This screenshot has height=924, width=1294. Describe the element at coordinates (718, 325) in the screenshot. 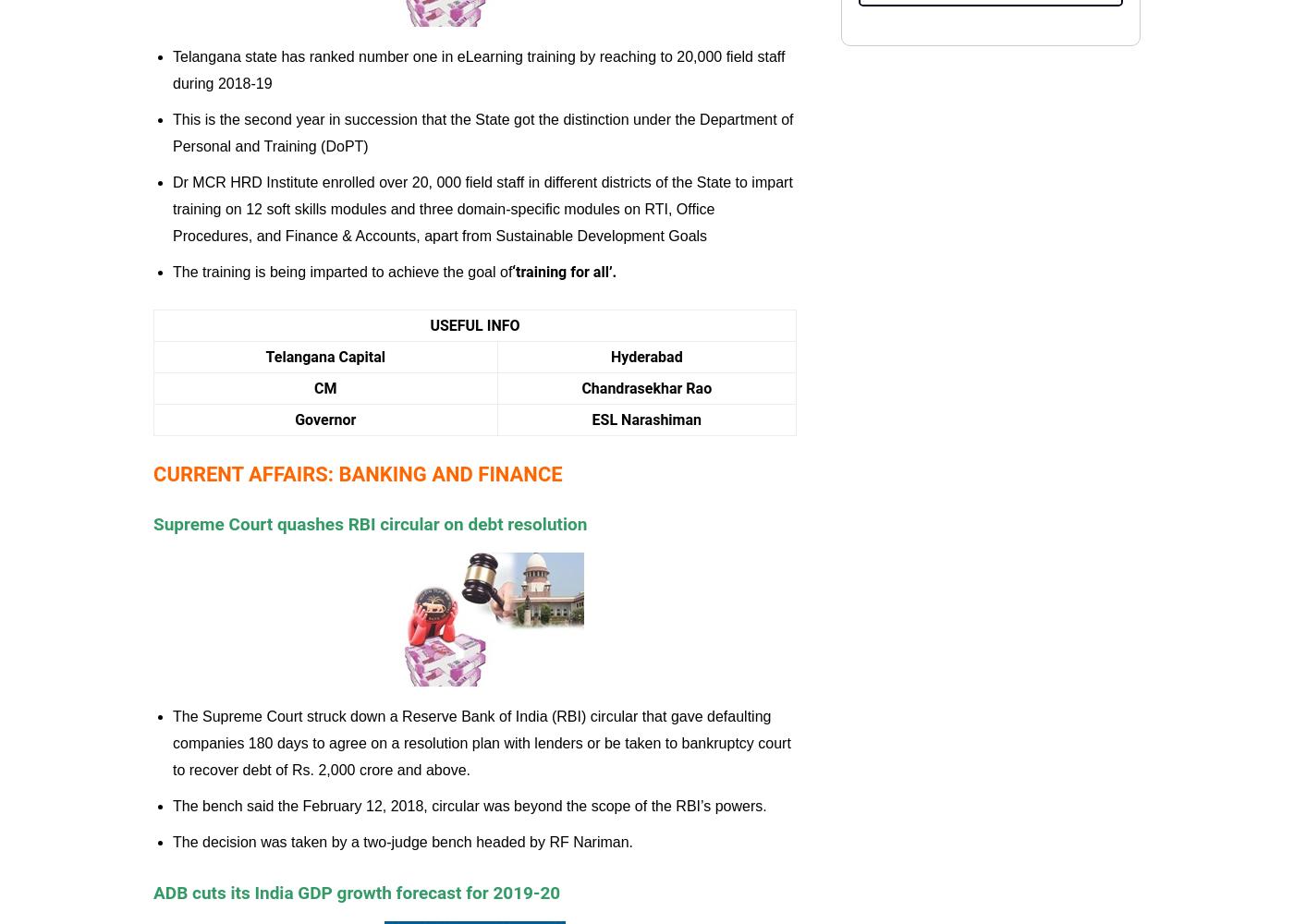

I see `'Railway Exams'` at that location.